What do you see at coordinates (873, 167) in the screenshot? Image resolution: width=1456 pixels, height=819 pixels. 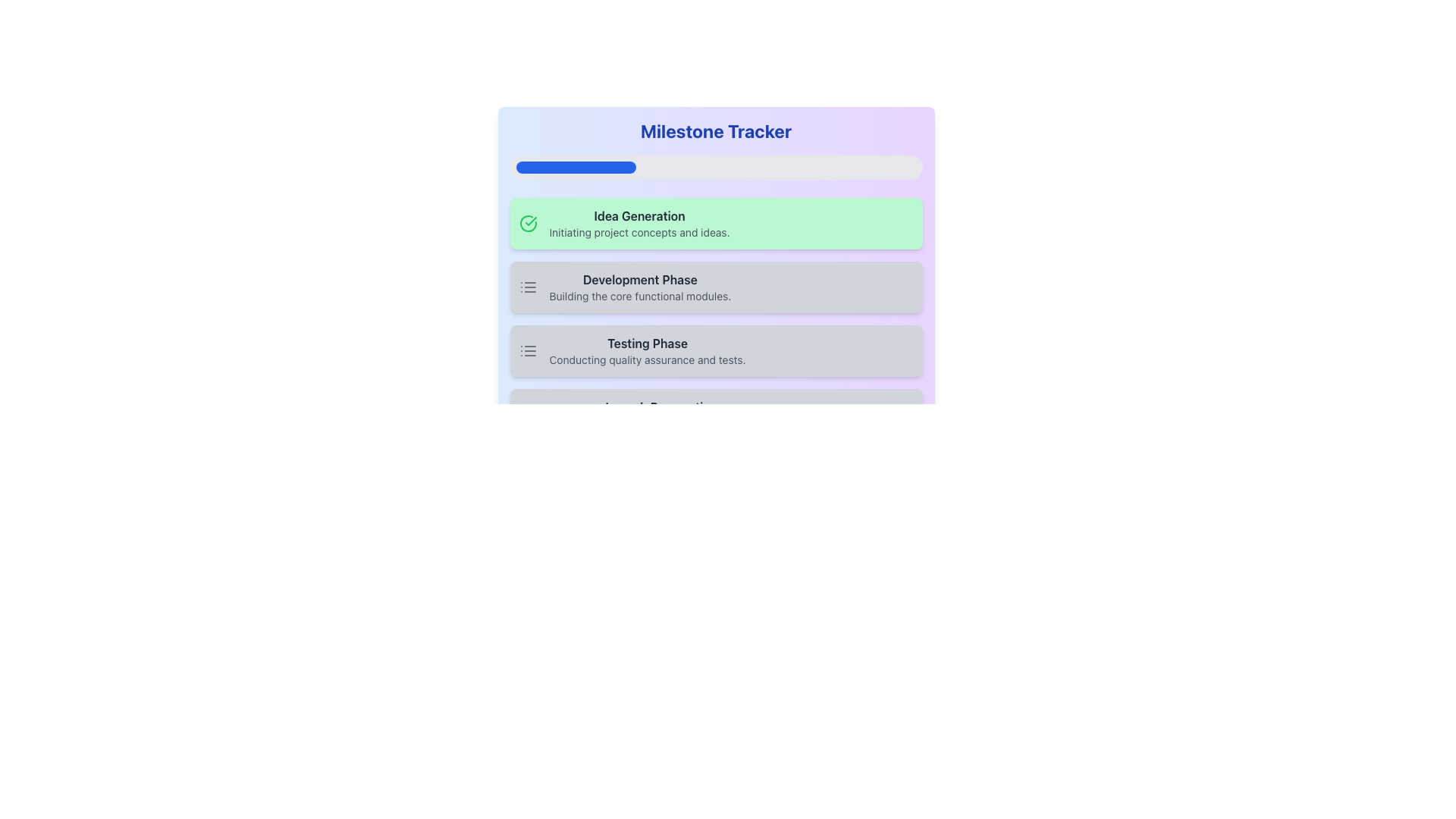 I see `the progress bar` at bounding box center [873, 167].